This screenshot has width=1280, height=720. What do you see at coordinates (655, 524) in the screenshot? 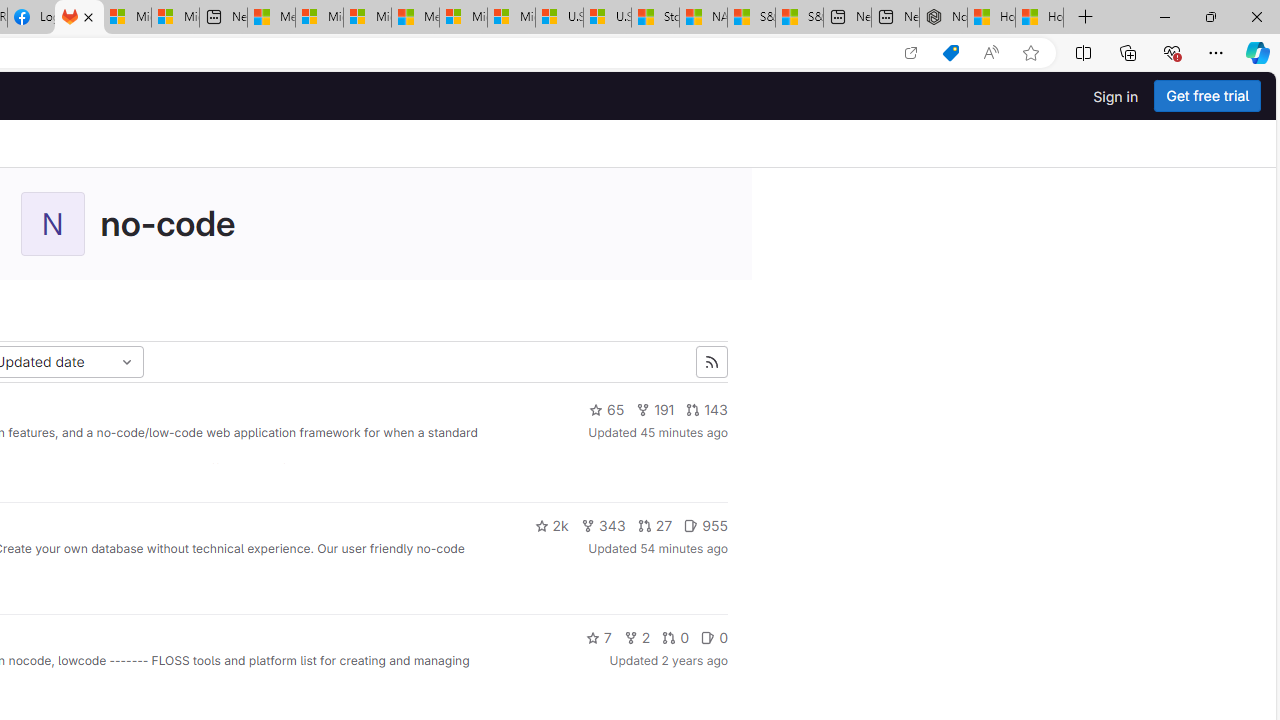
I see `'27'` at bounding box center [655, 524].